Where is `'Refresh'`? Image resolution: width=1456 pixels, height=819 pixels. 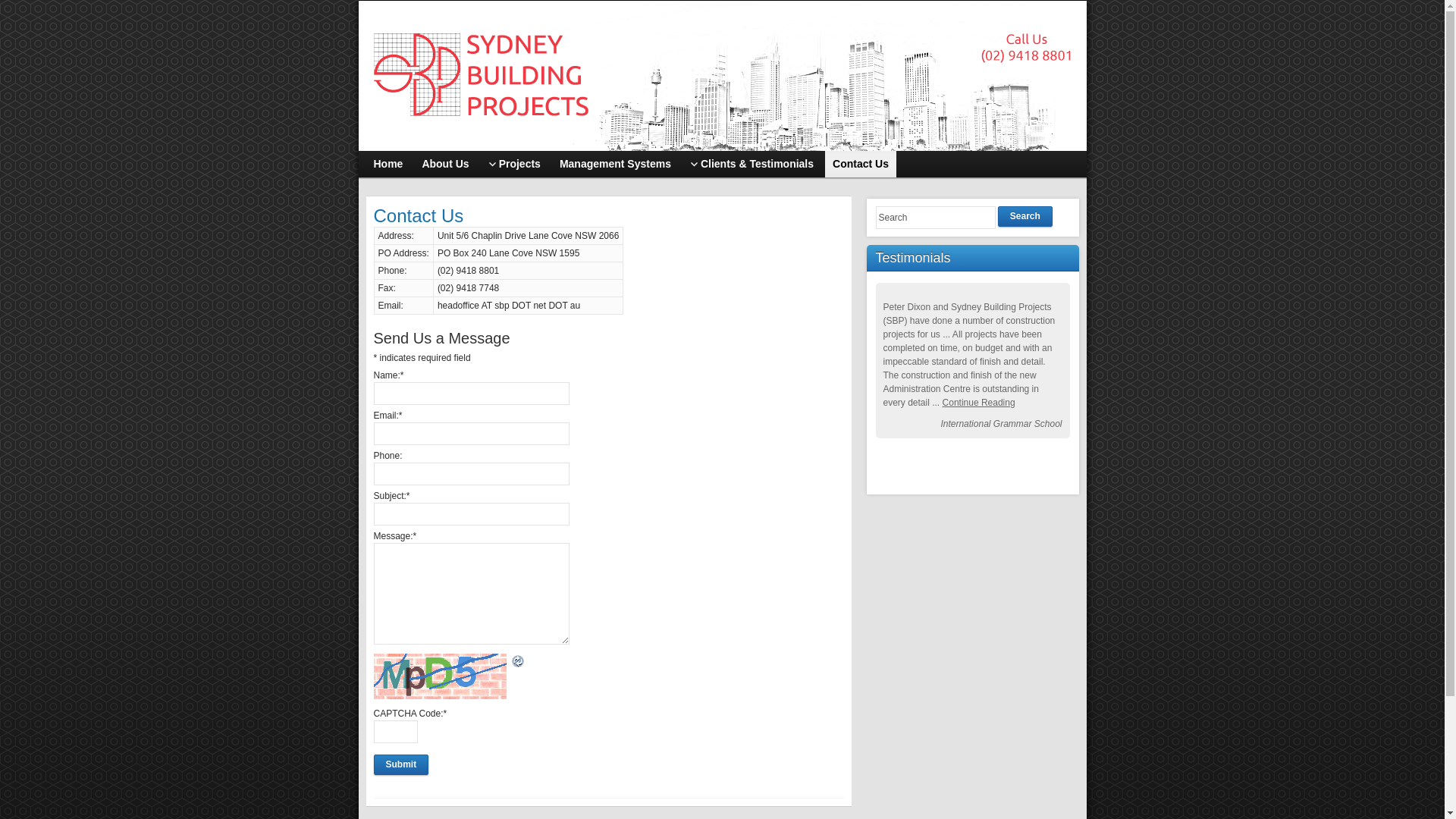
'Refresh' is located at coordinates (517, 661).